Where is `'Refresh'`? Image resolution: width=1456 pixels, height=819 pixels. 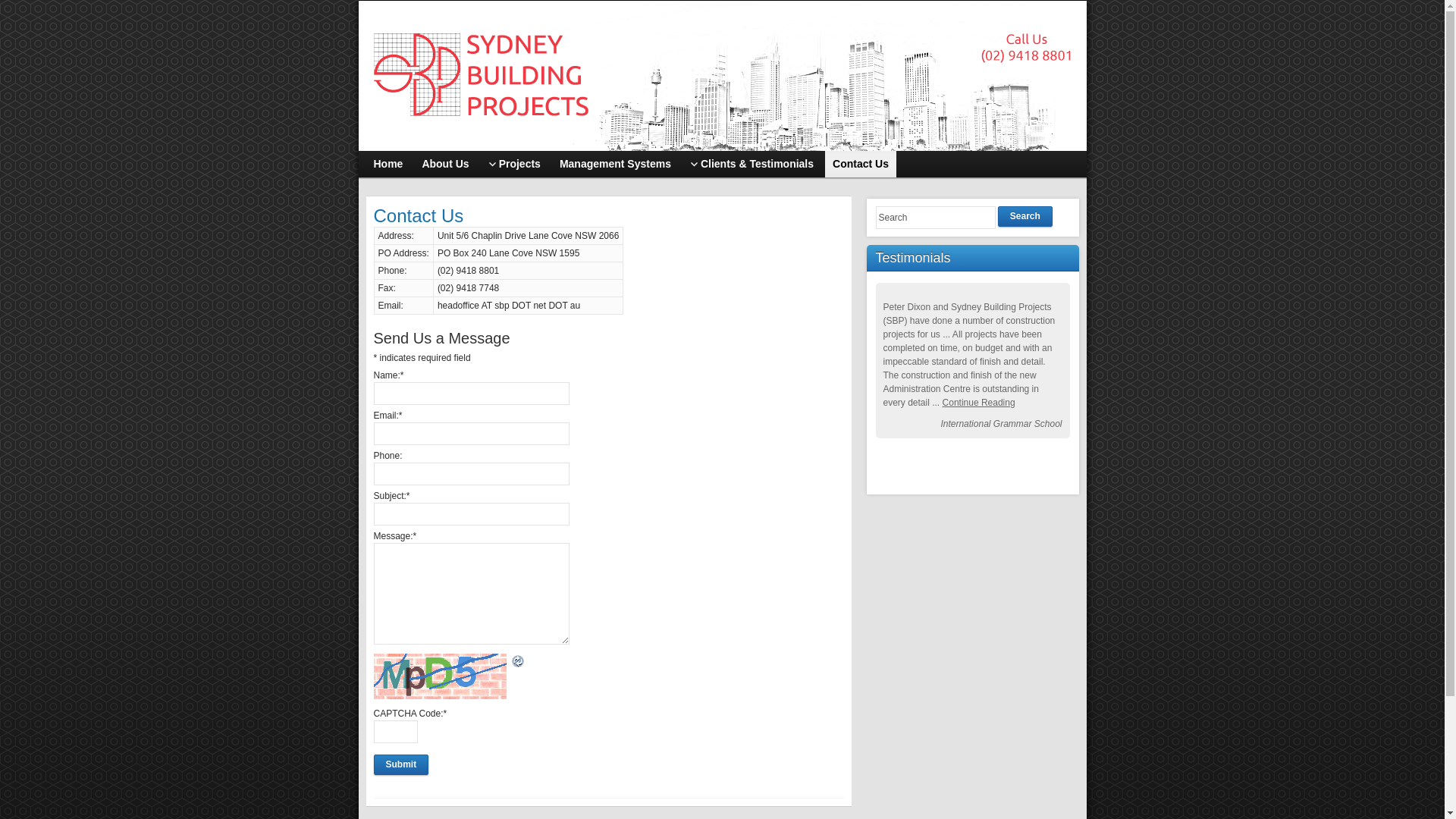
'Refresh' is located at coordinates (517, 661).